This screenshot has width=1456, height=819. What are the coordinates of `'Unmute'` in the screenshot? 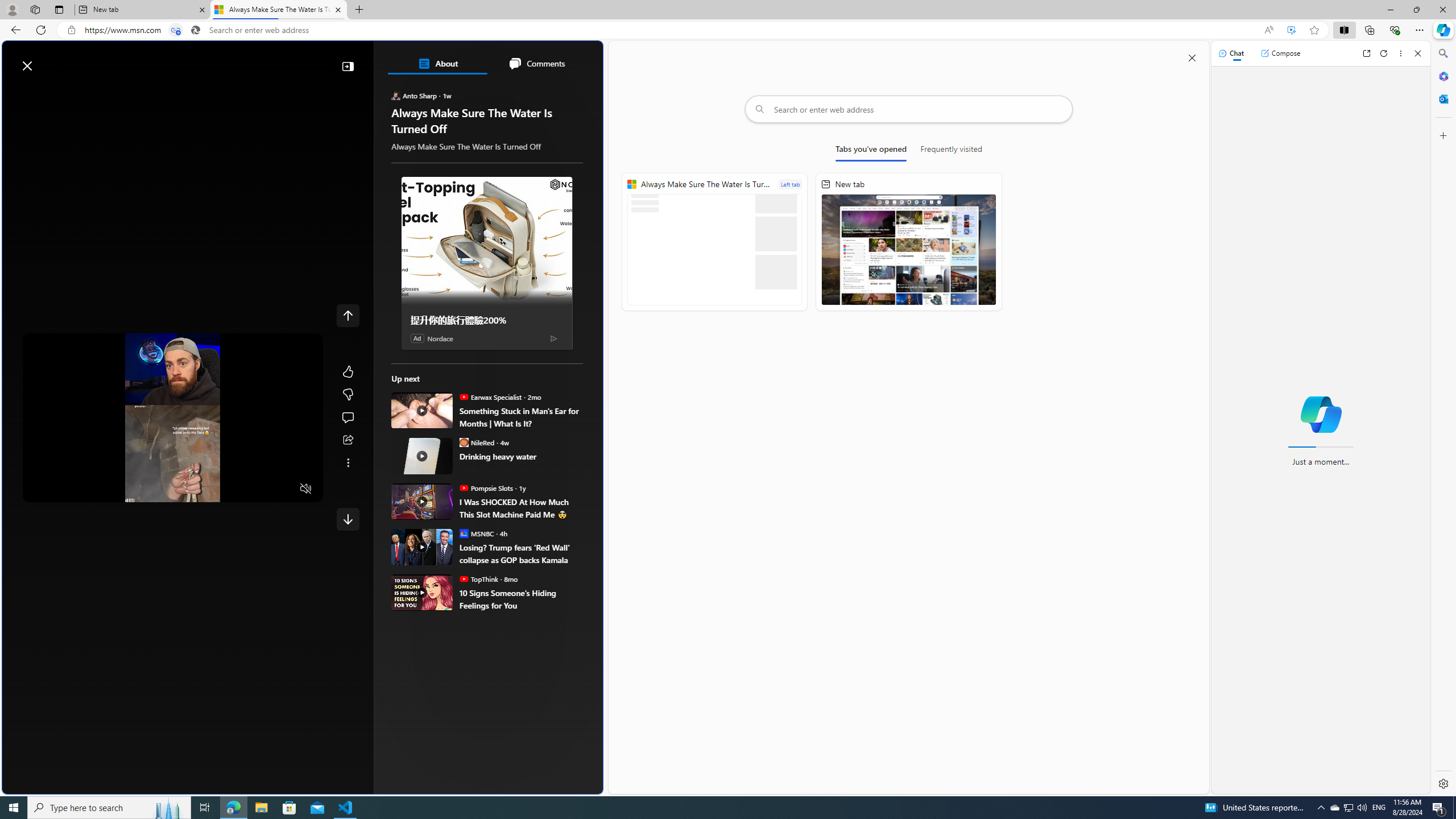 It's located at (305, 487).